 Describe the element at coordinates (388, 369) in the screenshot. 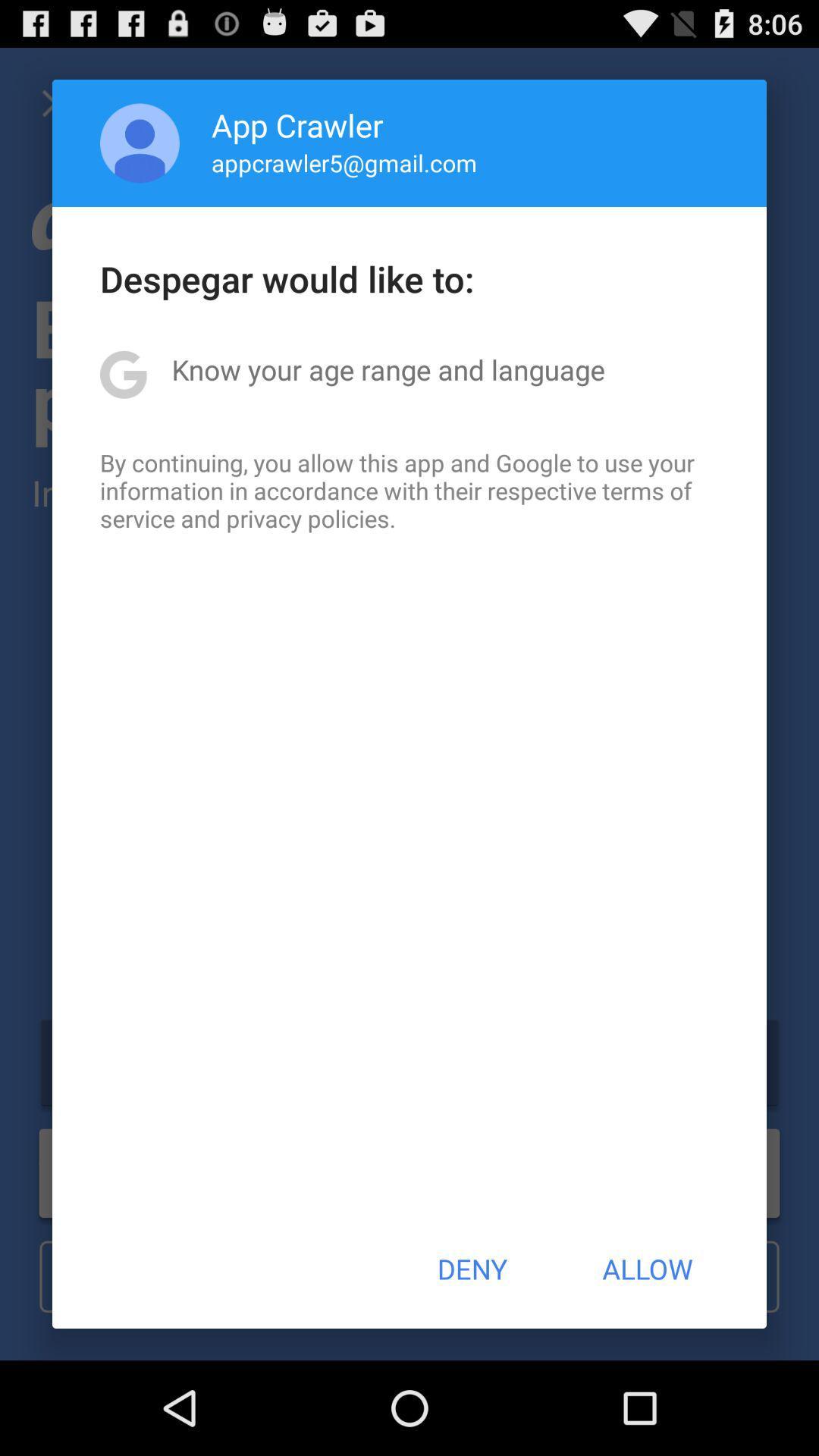

I see `the icon below the despegar would like icon` at that location.